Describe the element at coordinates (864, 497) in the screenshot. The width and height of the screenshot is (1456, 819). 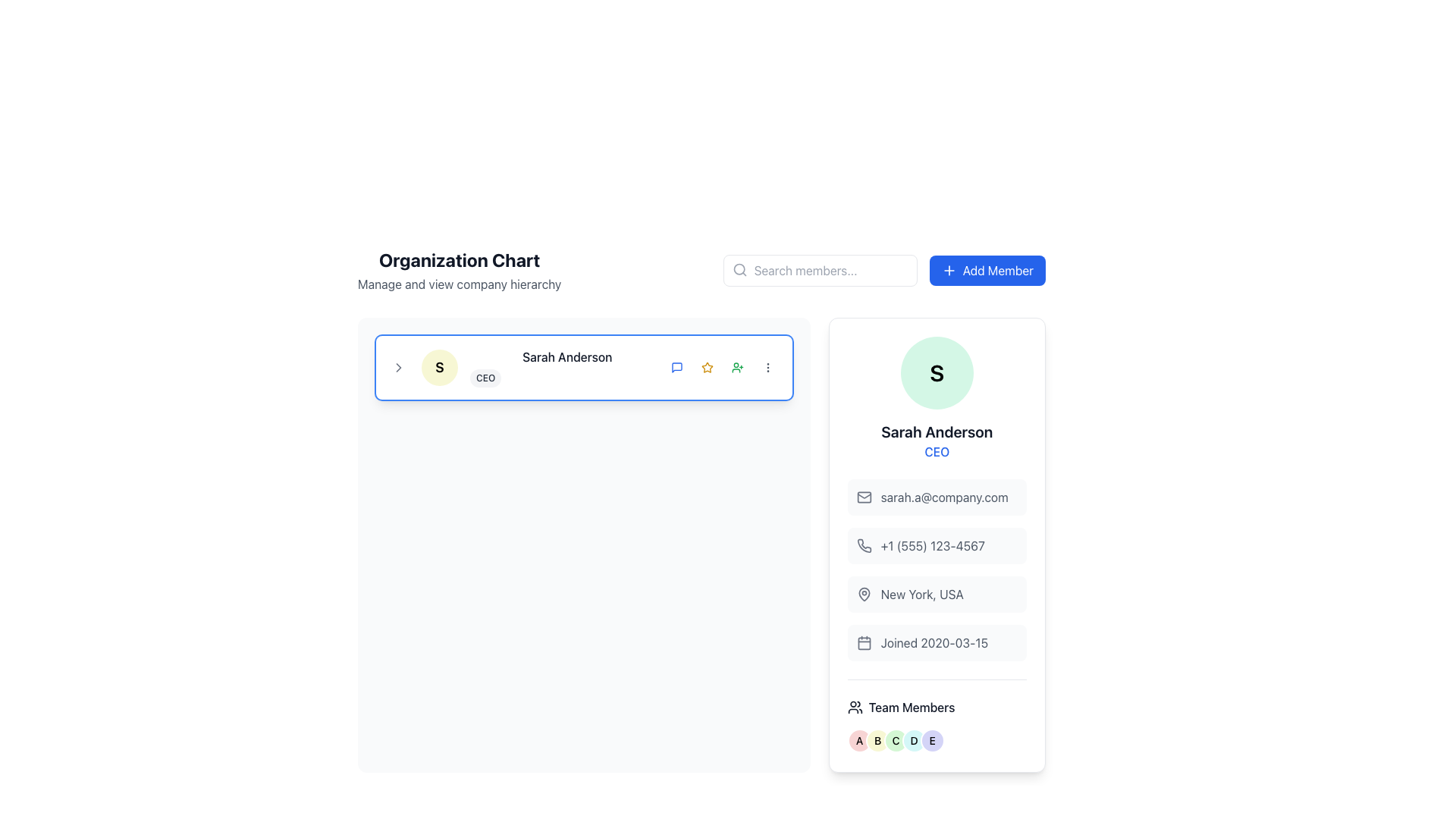
I see `the email icon located to the left of the email address 'sarah.a@company.com' in the user information panel` at that location.